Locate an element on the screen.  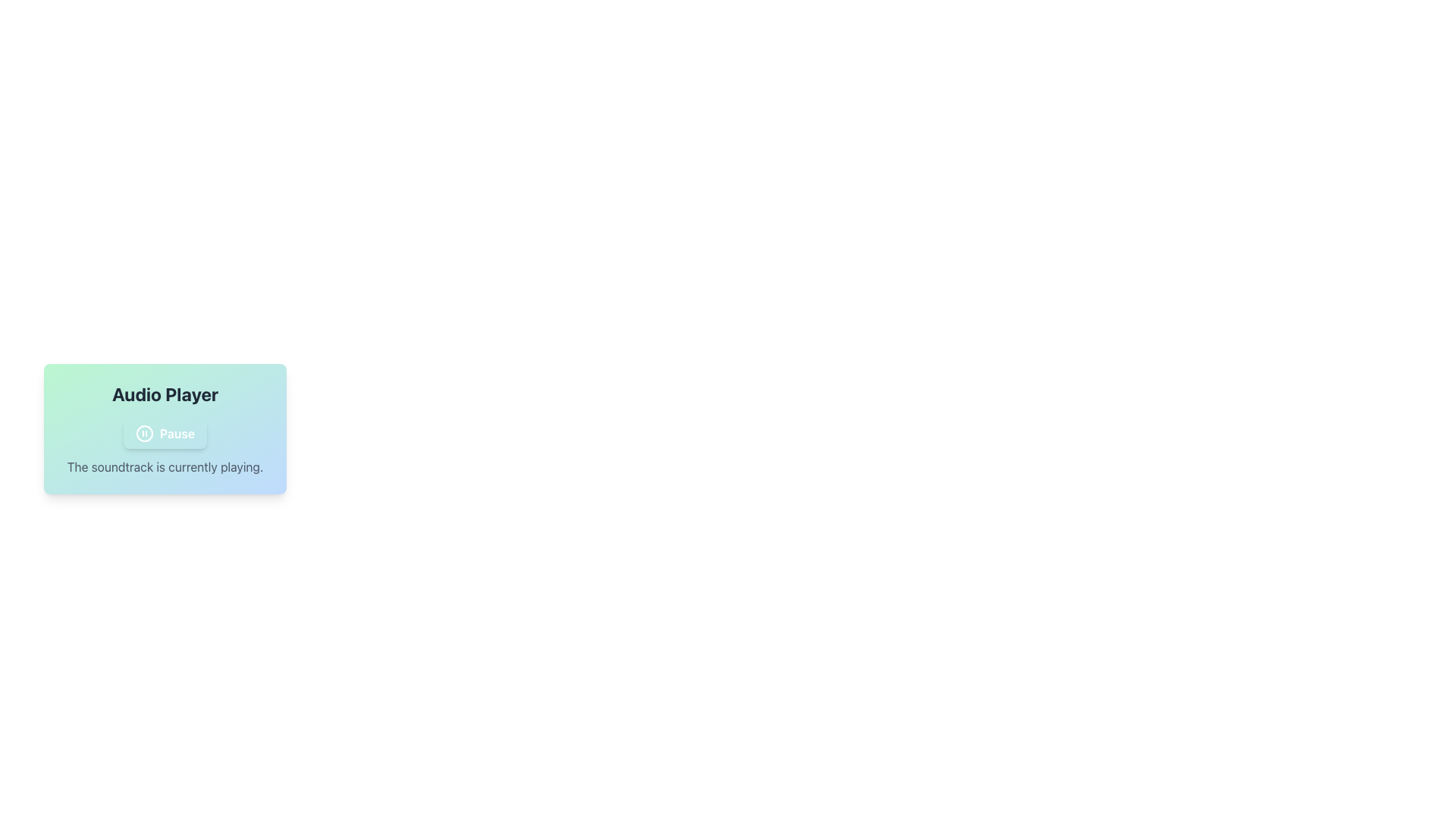
the playback toggle button in the audio player interface, which is indicated by its red background when active and green when paused, positioned below the 'Audio Player' header and above the description text is located at coordinates (165, 433).